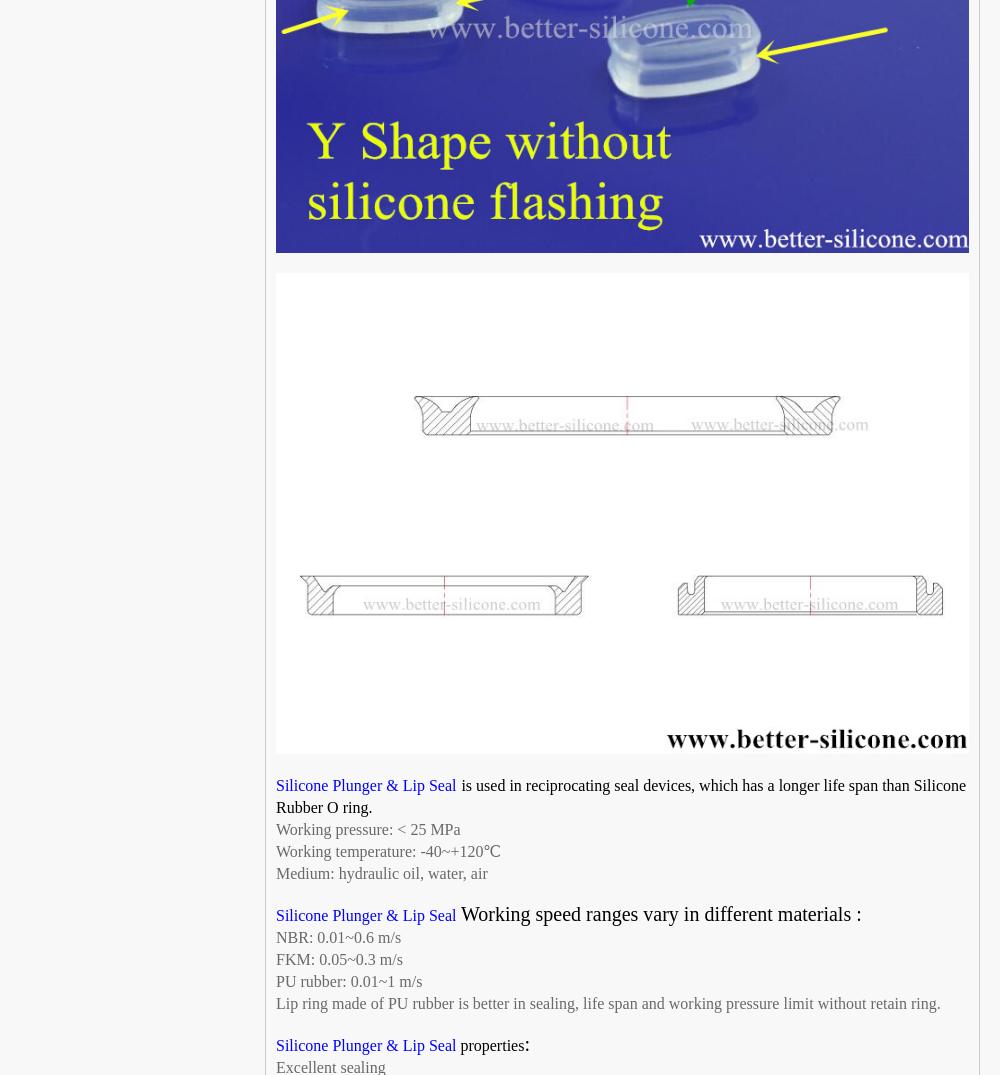 The height and width of the screenshot is (1075, 1000). I want to click on 'PU rubber: 0.01~1 m/s', so click(348, 981).